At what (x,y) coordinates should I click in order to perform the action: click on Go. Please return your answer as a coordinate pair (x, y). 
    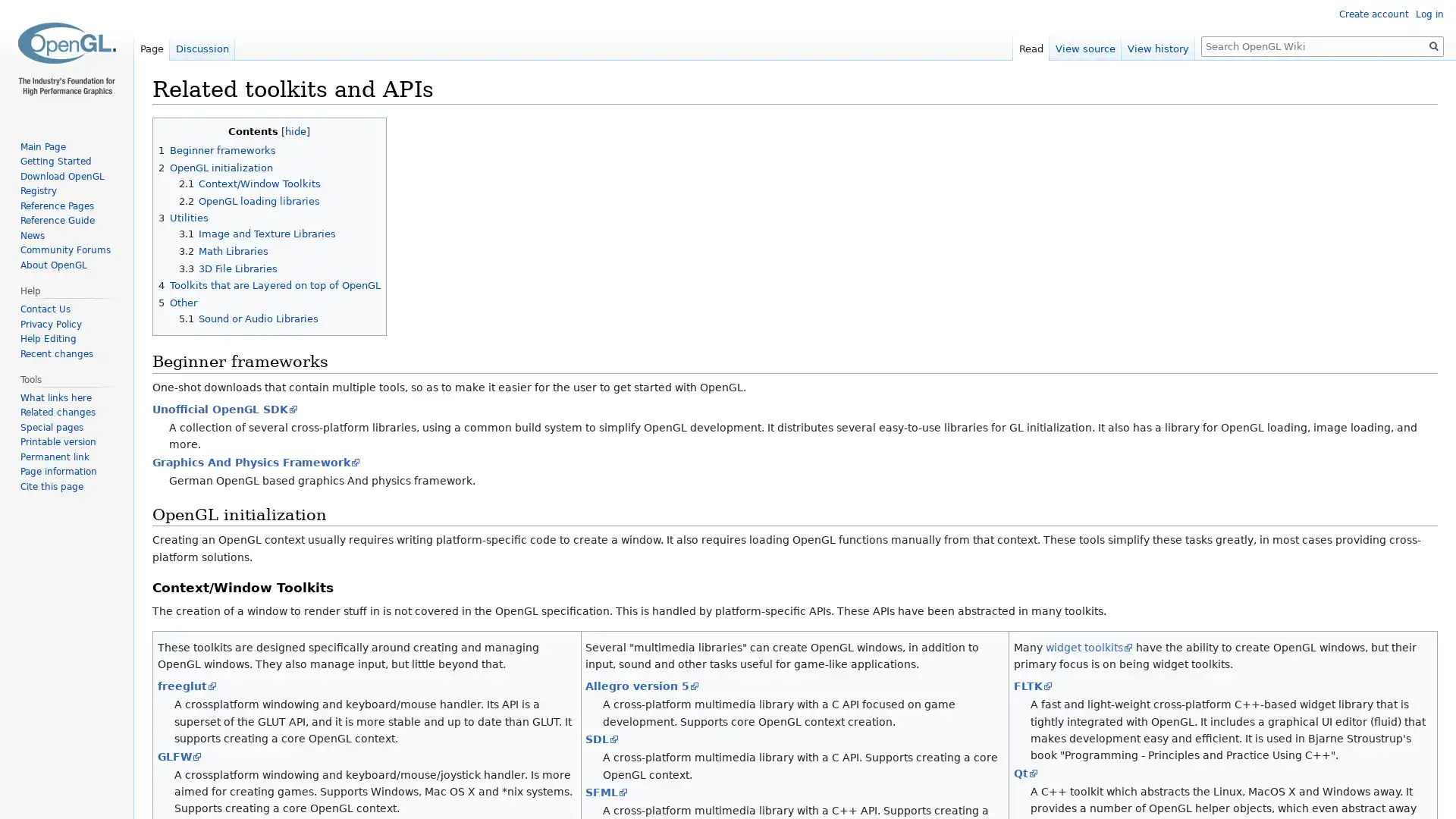
    Looking at the image, I should click on (1433, 45).